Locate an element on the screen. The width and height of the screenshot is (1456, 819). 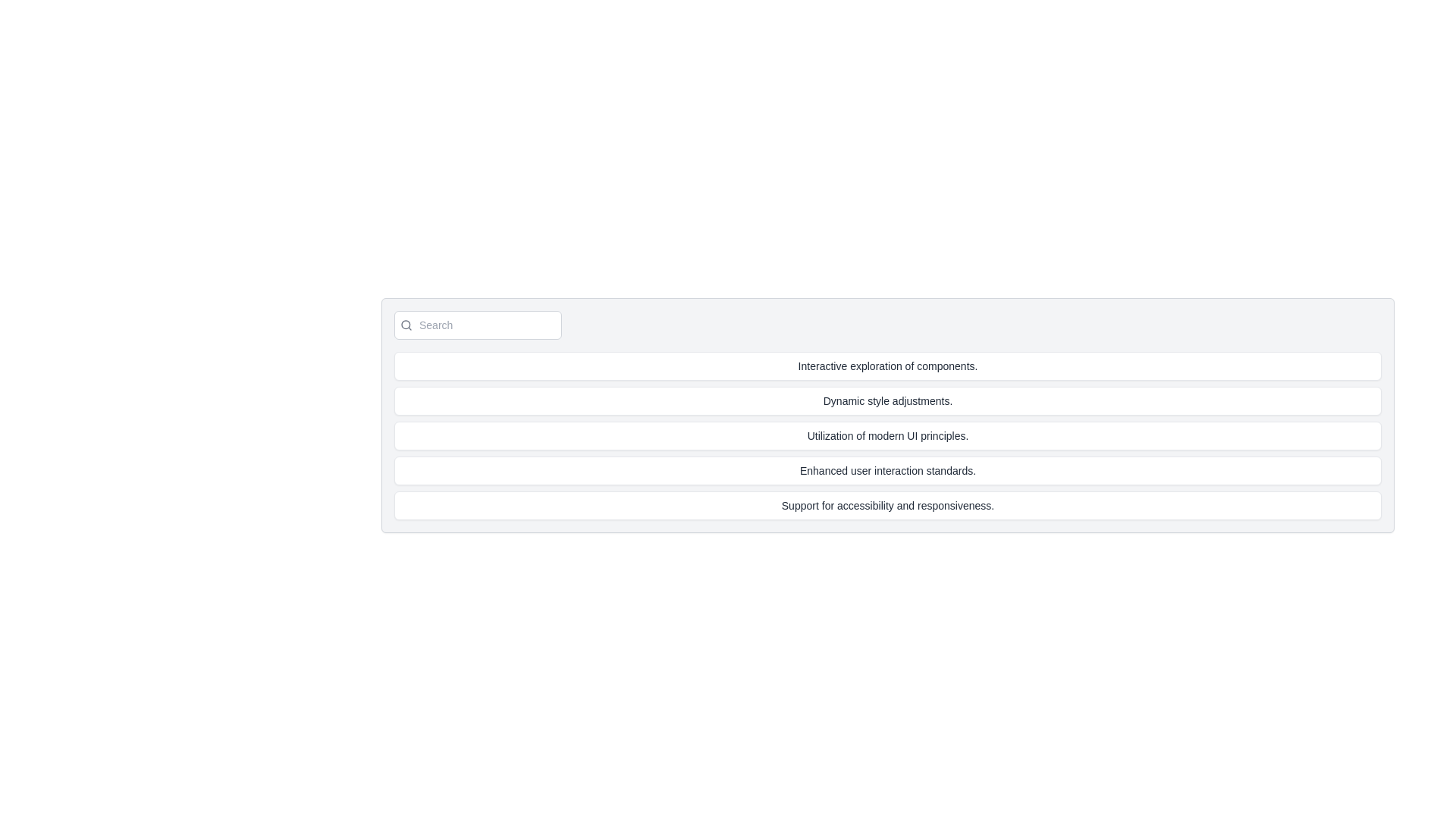
the lowercase letter 'a' in the word 'exploration' to enhance accessibility is located at coordinates (882, 366).